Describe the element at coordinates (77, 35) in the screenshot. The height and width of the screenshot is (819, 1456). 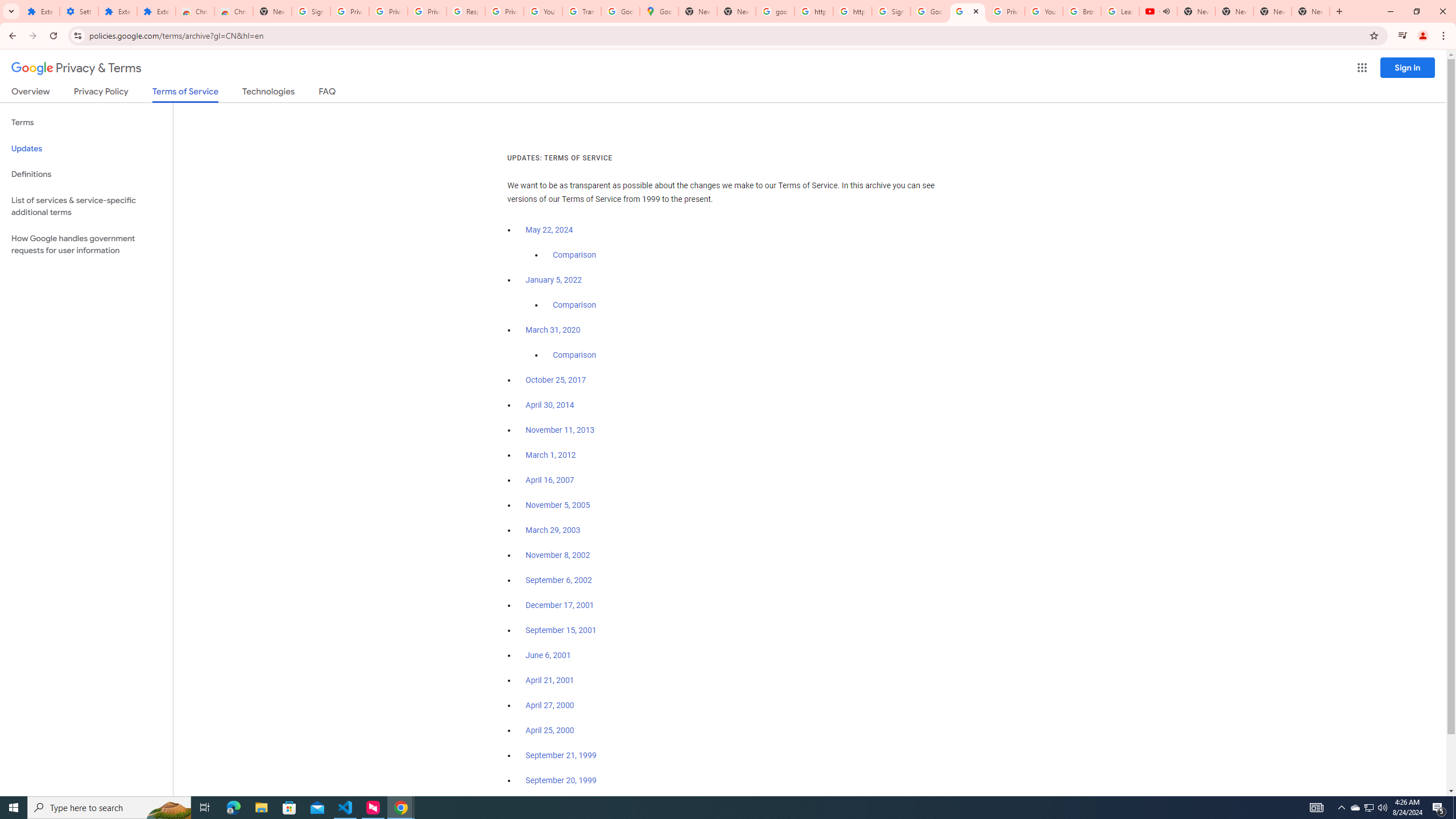
I see `'View site information'` at that location.